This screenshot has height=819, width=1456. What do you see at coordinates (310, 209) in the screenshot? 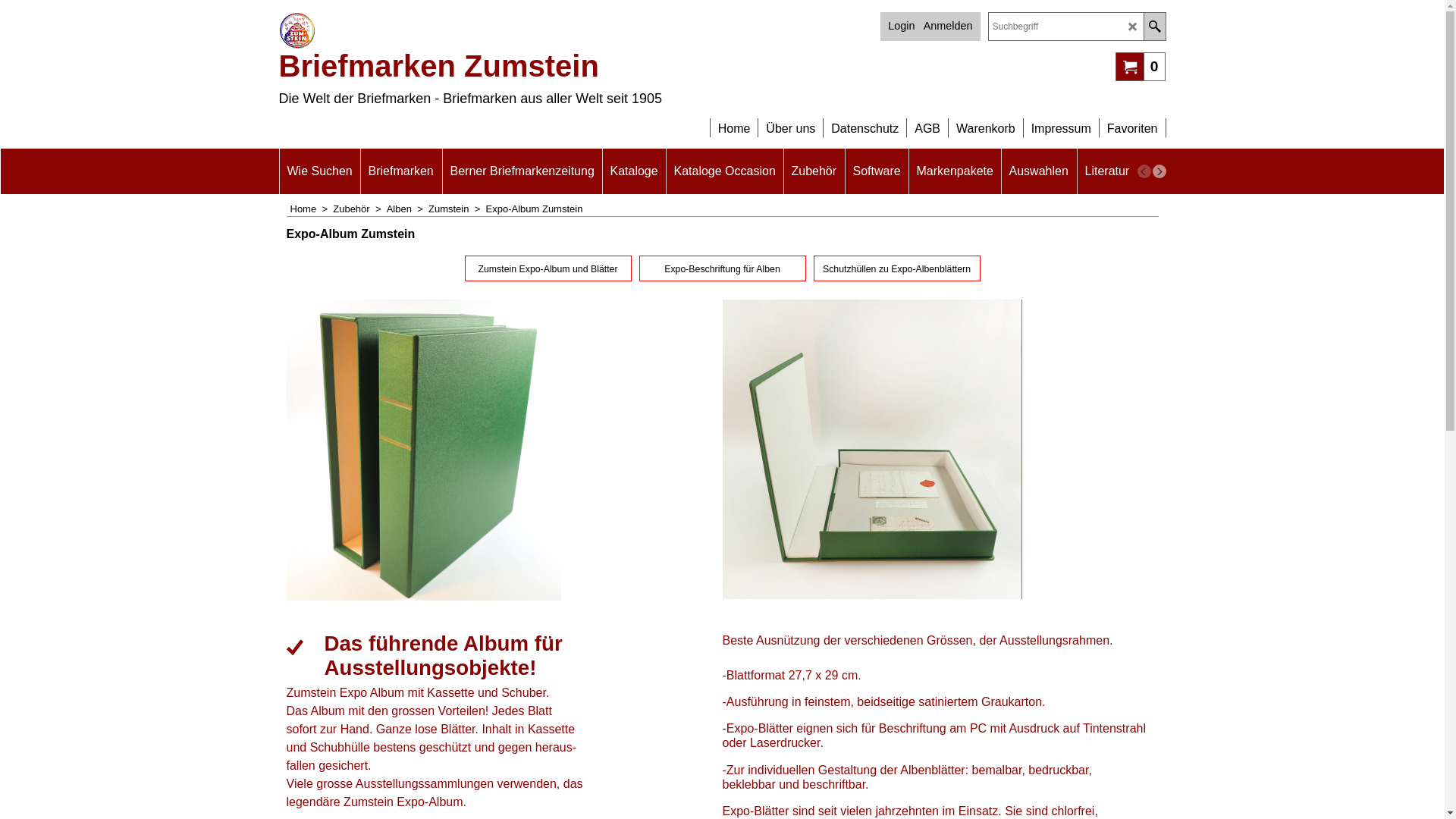
I see `'Home  > '` at bounding box center [310, 209].